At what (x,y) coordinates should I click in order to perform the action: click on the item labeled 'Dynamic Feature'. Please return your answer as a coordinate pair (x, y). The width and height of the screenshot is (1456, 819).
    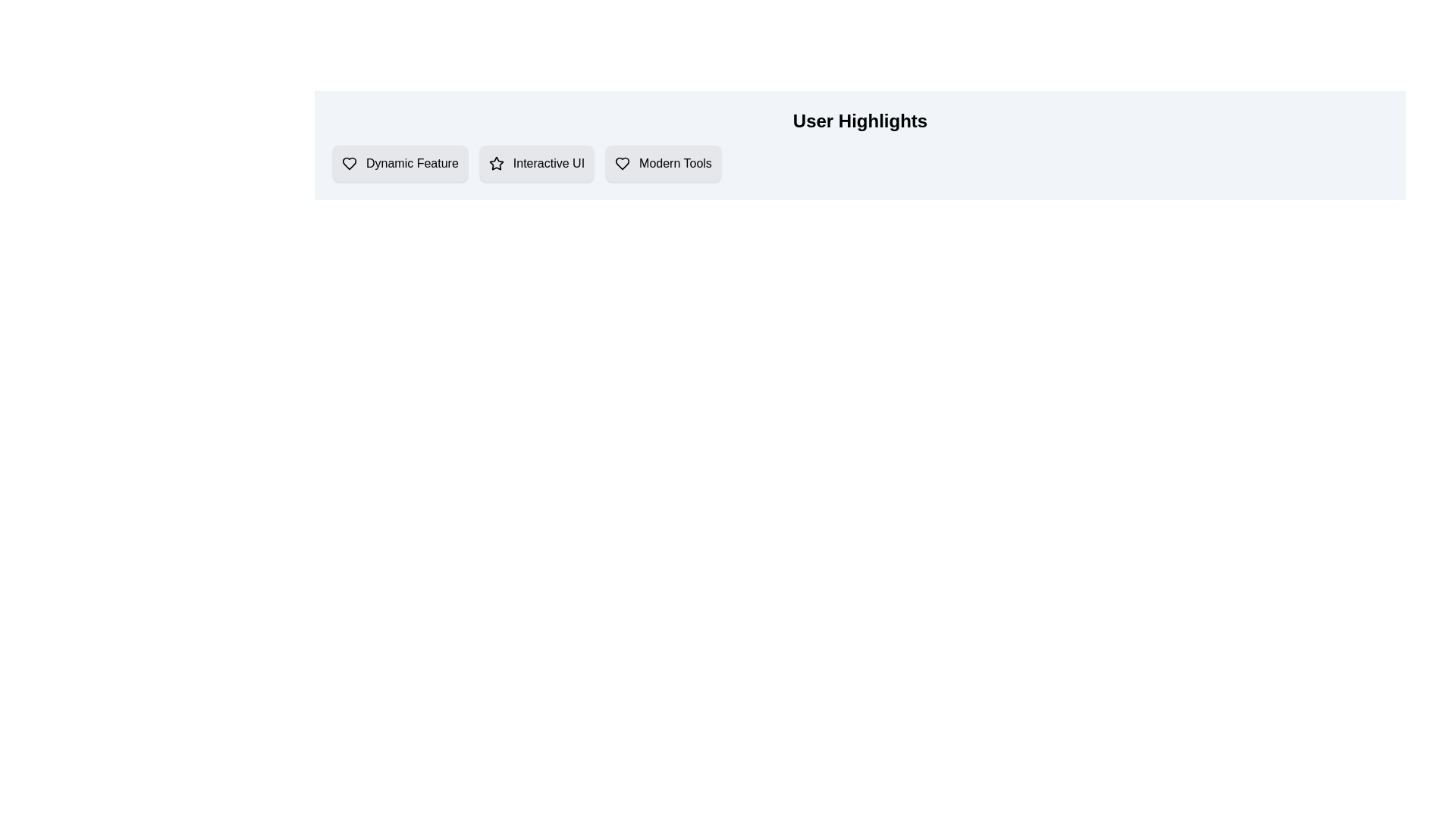
    Looking at the image, I should click on (400, 164).